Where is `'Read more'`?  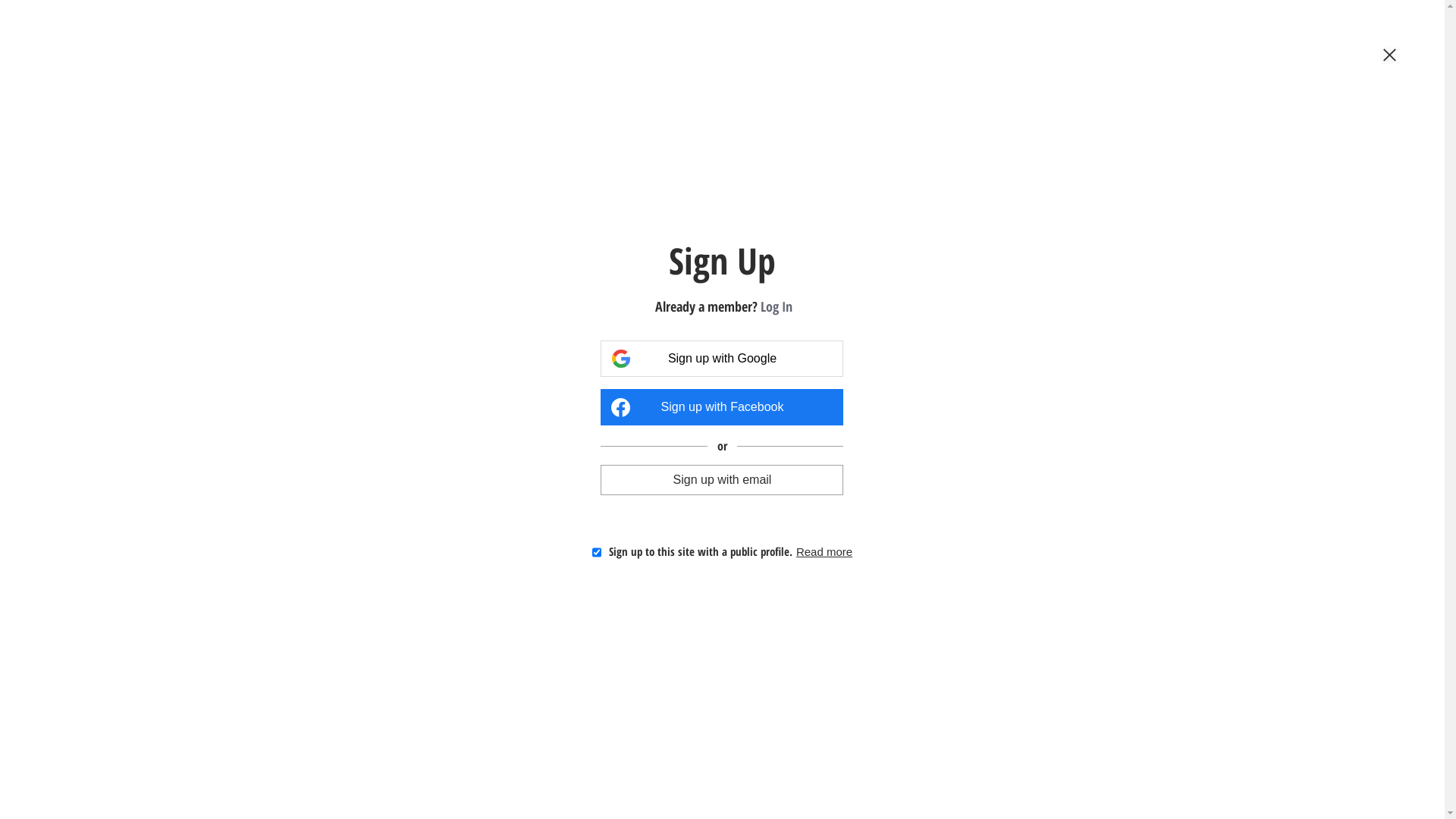 'Read more' is located at coordinates (795, 551).